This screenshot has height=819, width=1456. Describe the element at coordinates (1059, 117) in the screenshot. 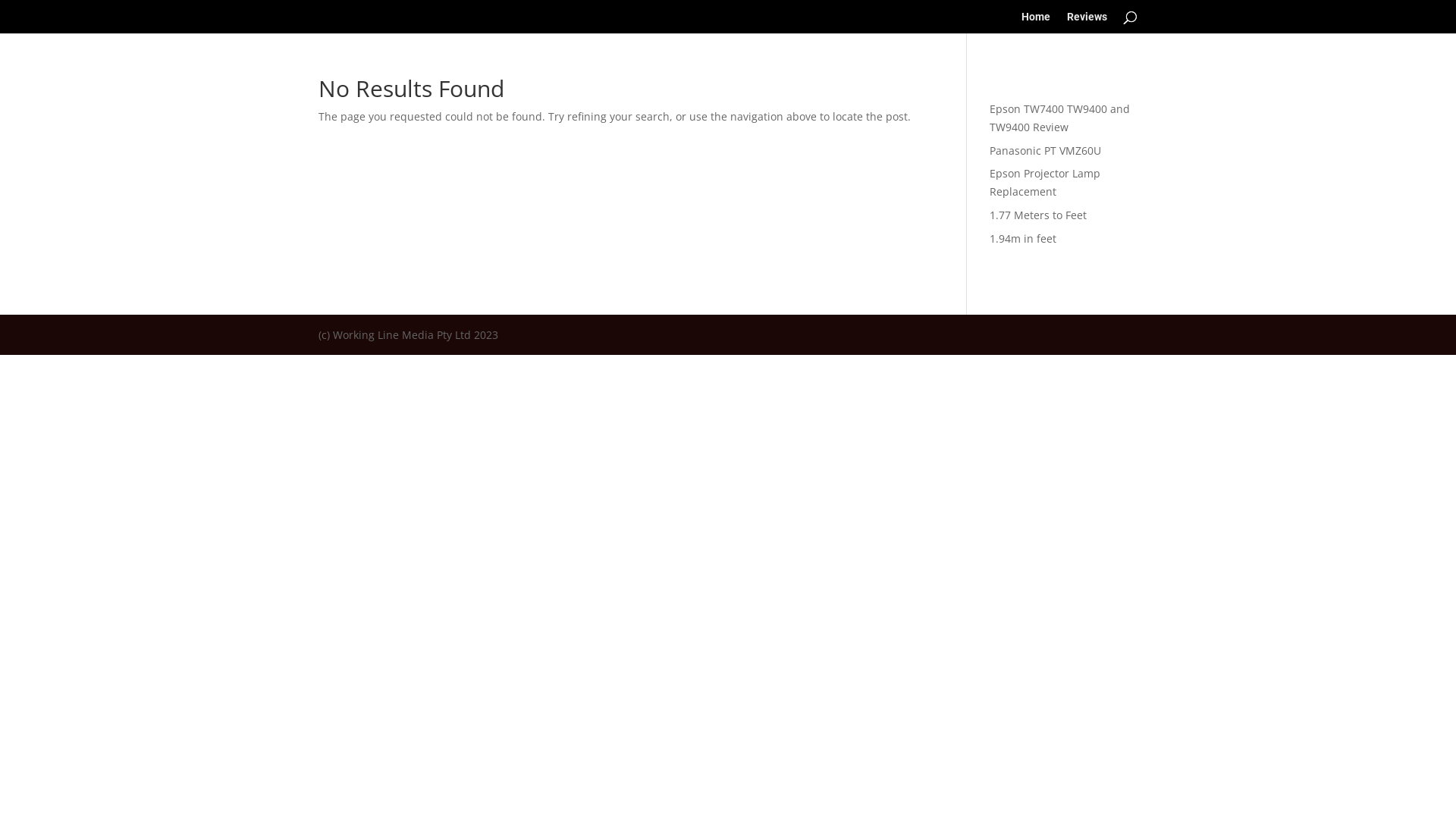

I see `'Epson TW7400 TW9400 and TW9400 Review'` at that location.